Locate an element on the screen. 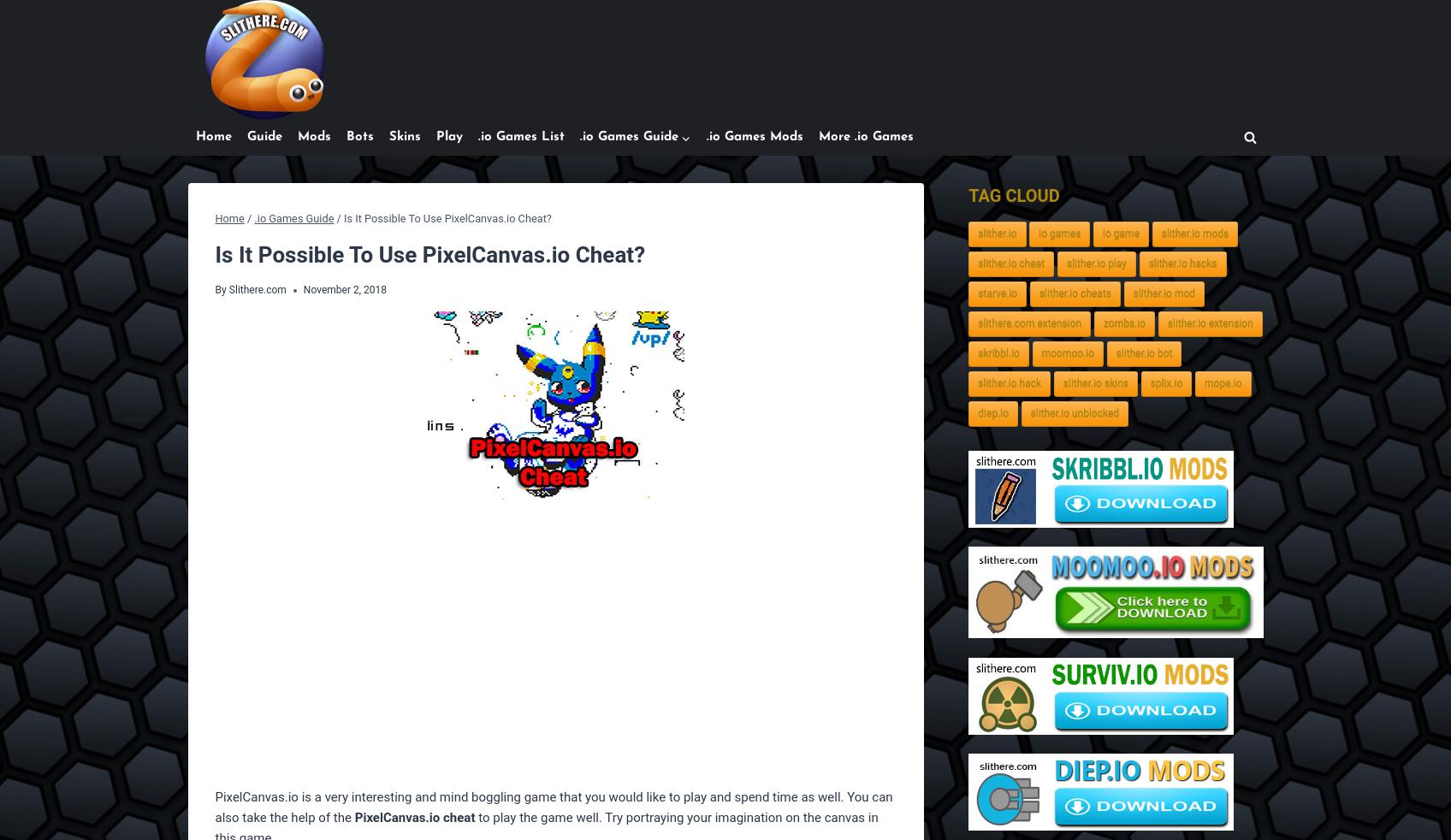 The height and width of the screenshot is (840, 1451). 'splix.io' is located at coordinates (1165, 383).